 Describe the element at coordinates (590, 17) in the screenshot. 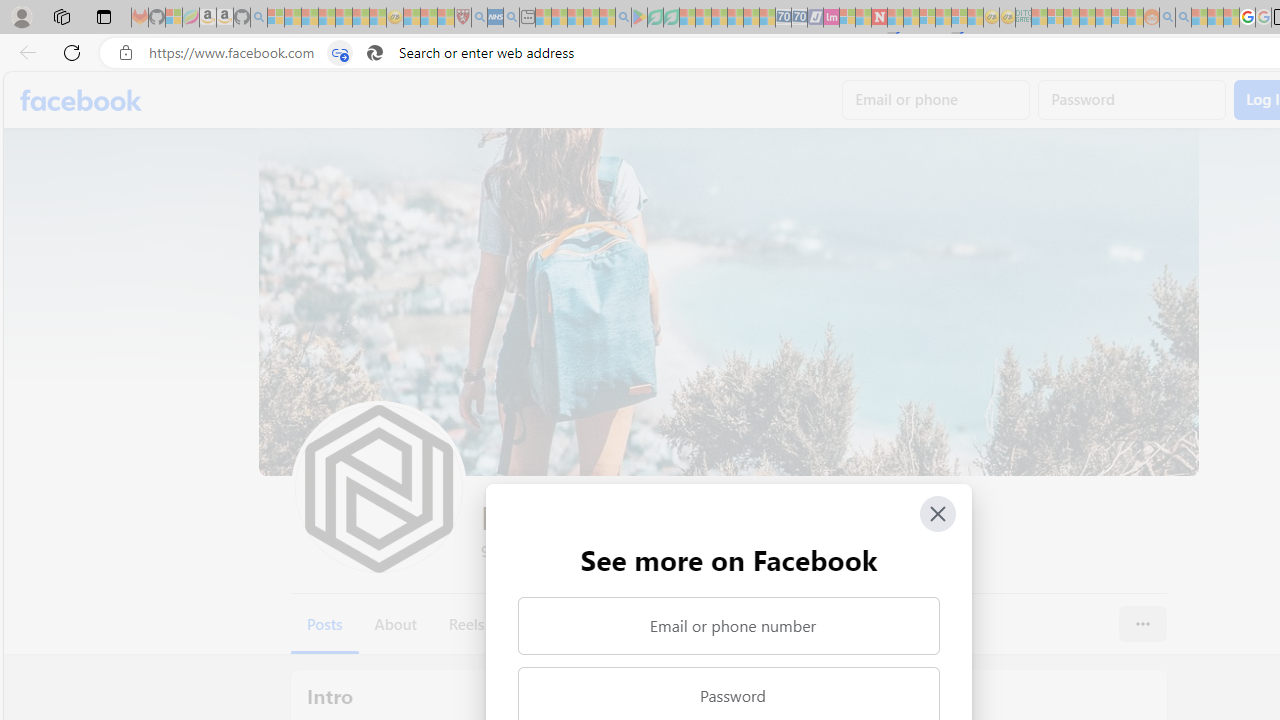

I see `'Pets - MSN - Sleeping'` at that location.